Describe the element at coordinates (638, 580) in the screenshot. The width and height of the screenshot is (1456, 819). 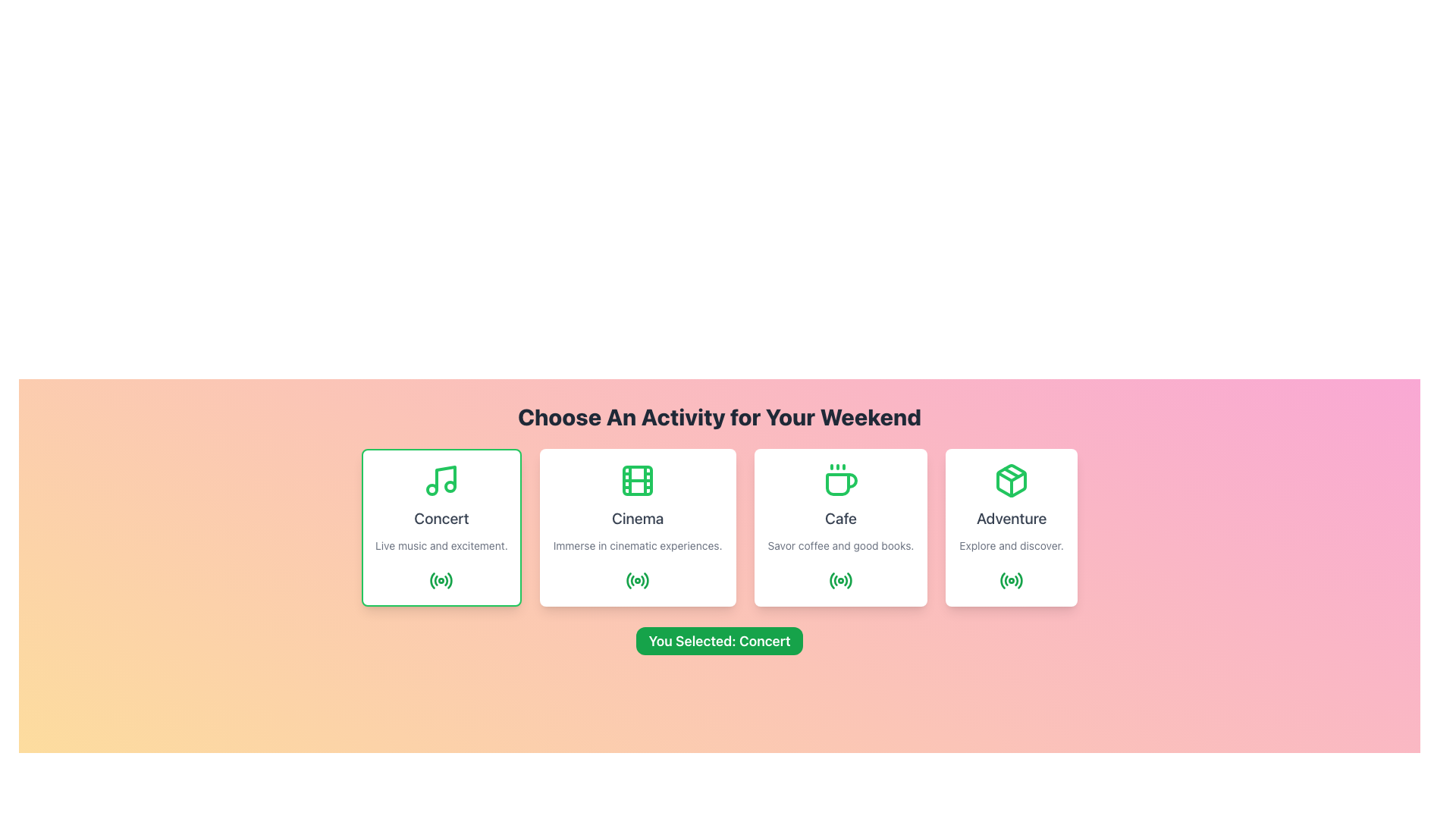
I see `the green radio-wave icon located at the bottom-center of the 'Cinema' card` at that location.